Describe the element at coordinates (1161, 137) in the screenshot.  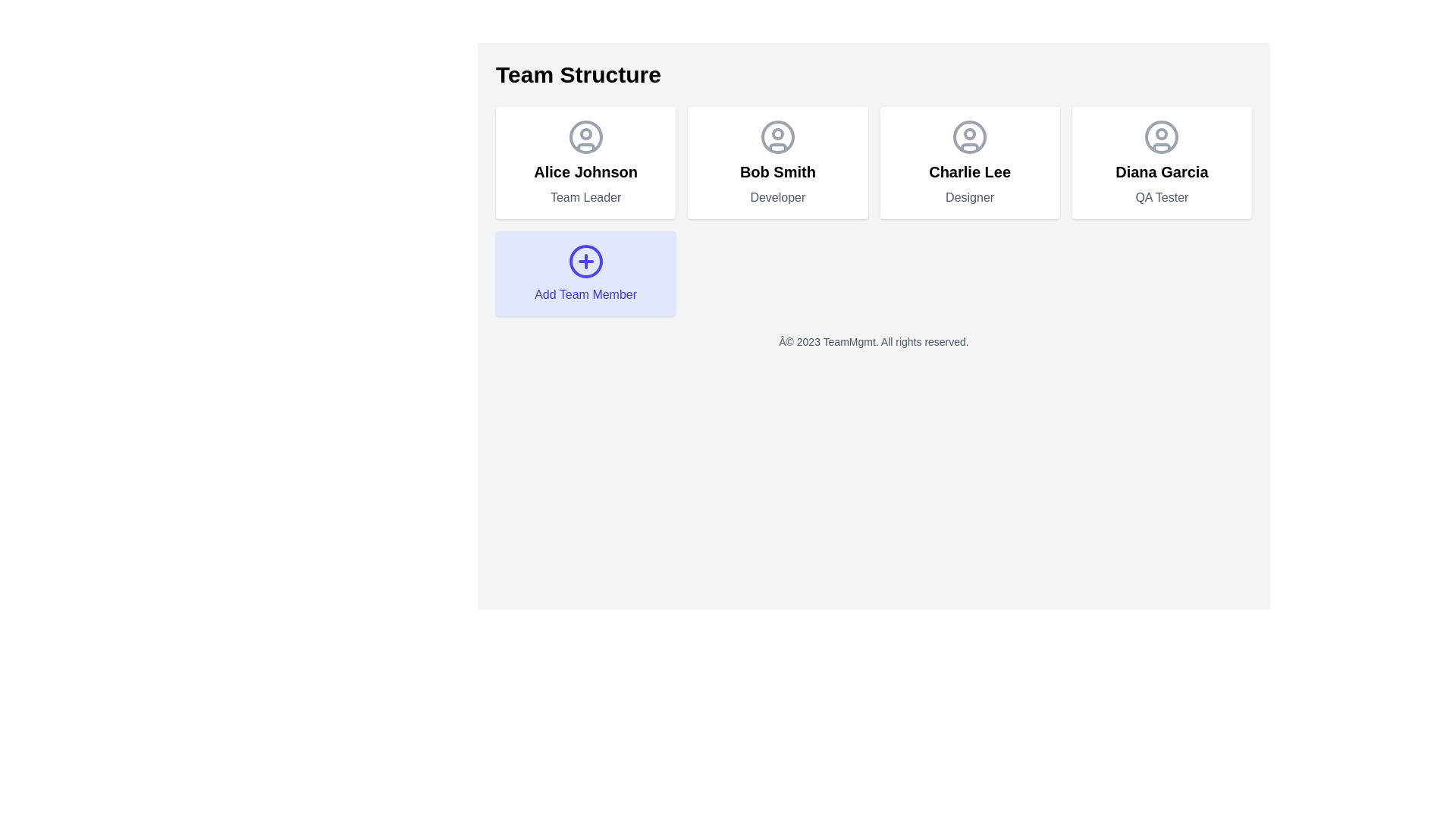
I see `the circular part of the user avatar icon for 'Diana Garcia - QA Tester', which is gray in color and centrally placed within the profile card` at that location.